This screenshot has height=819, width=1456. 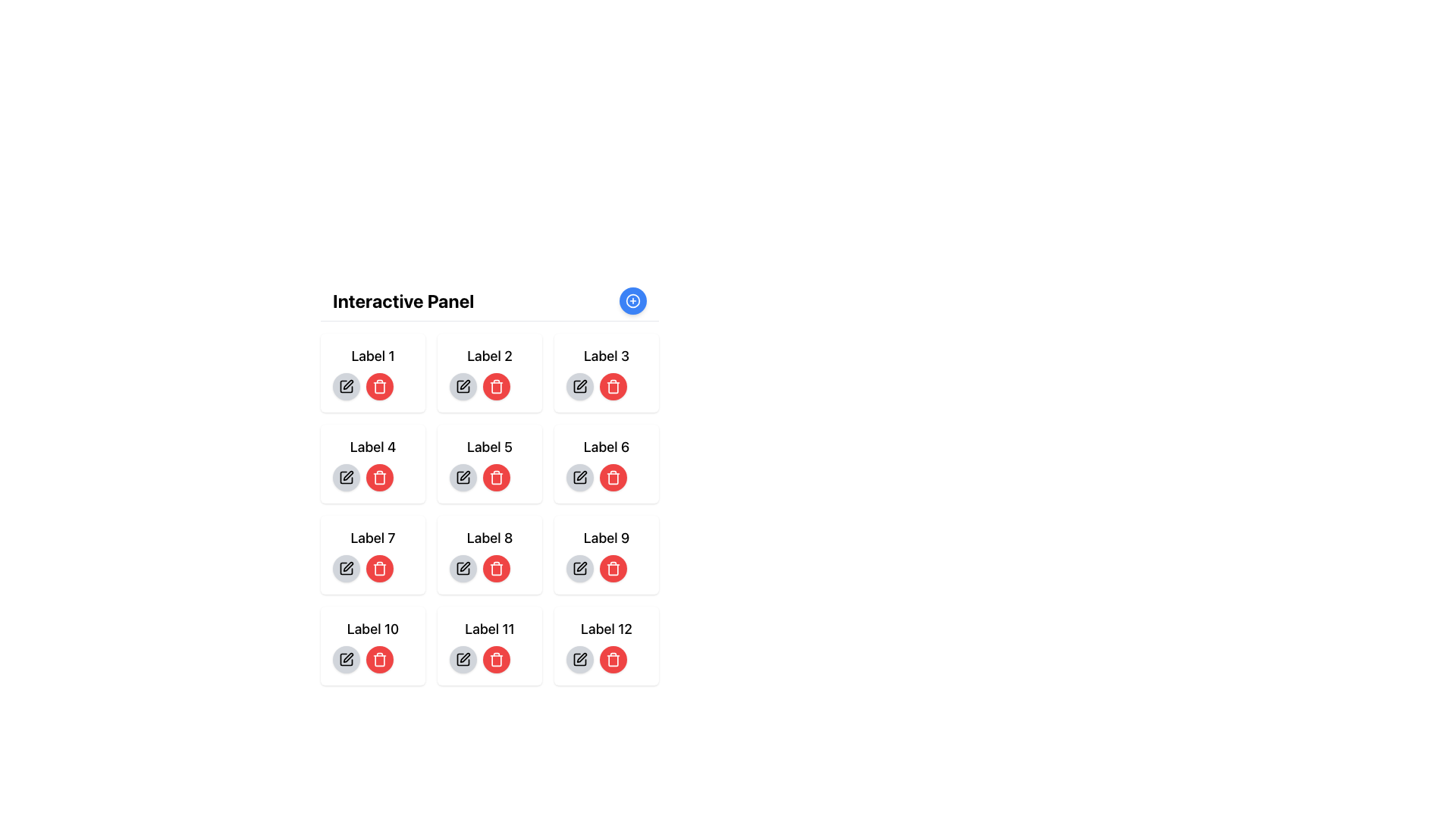 I want to click on the circular red delete button with a white trash can icon located in the card labeled 'Label 4' on the right side of the fourth row, so click(x=379, y=476).